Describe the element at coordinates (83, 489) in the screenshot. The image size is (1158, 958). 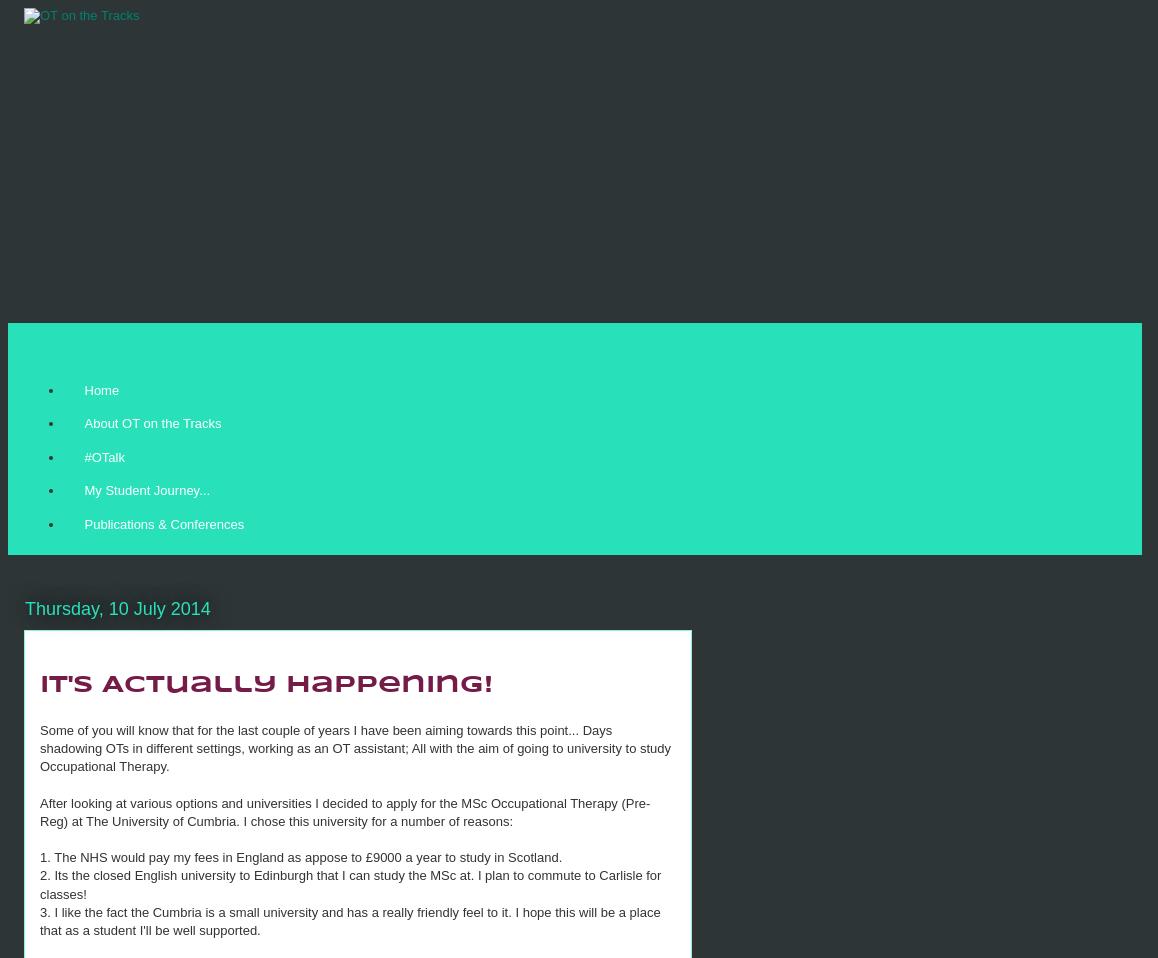
I see `'My Student Journey...'` at that location.